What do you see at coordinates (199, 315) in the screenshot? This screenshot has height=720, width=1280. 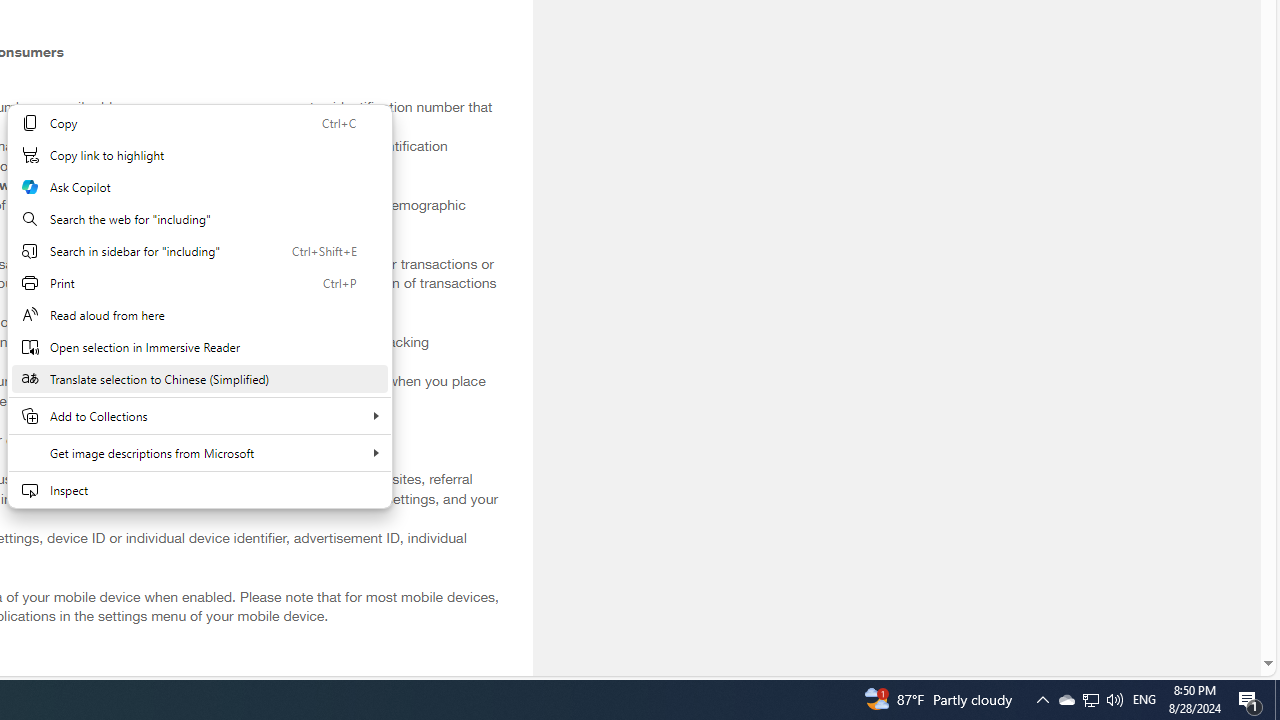 I see `'Read aloud from here'` at bounding box center [199, 315].